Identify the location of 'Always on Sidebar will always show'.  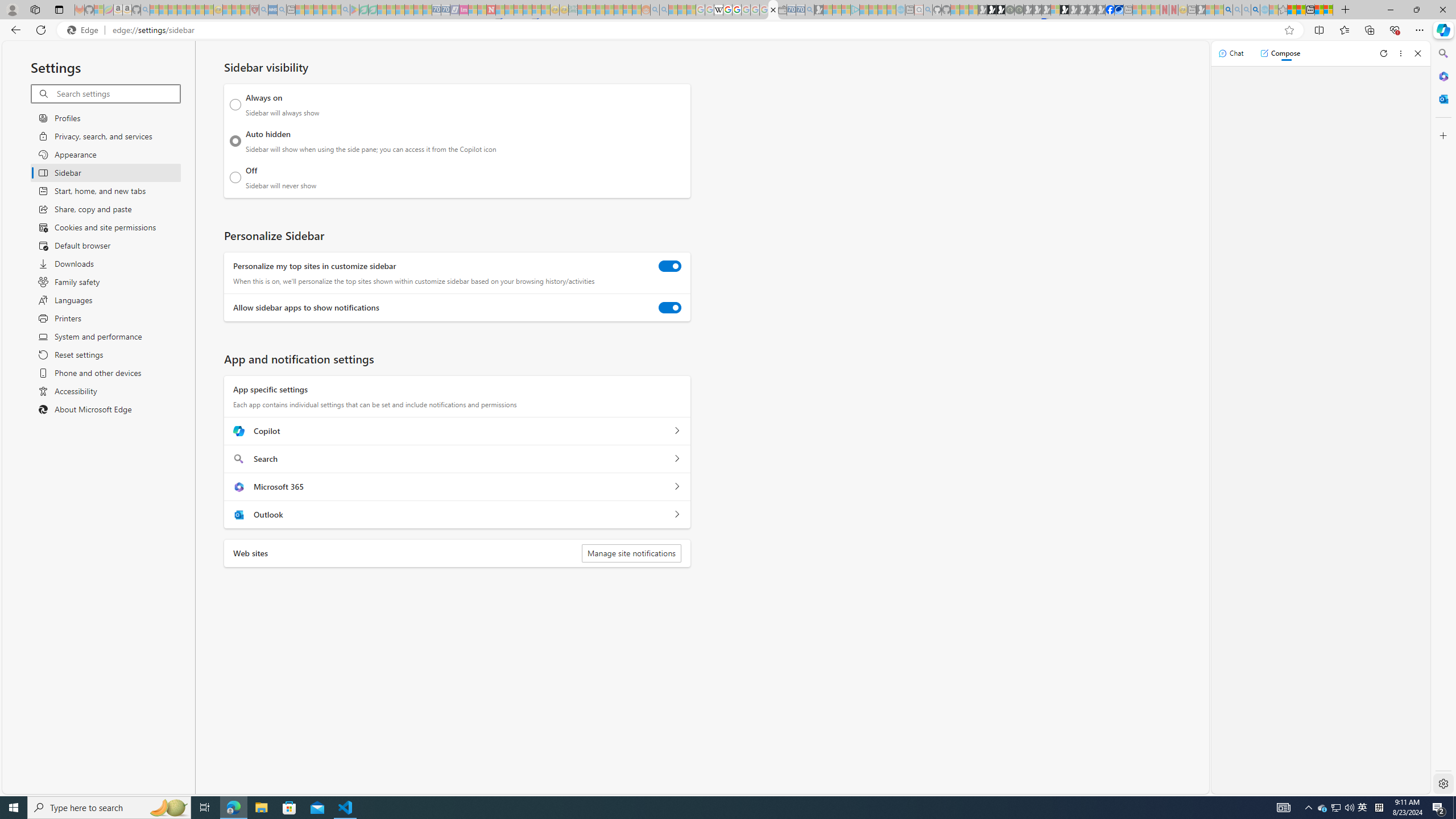
(235, 104).